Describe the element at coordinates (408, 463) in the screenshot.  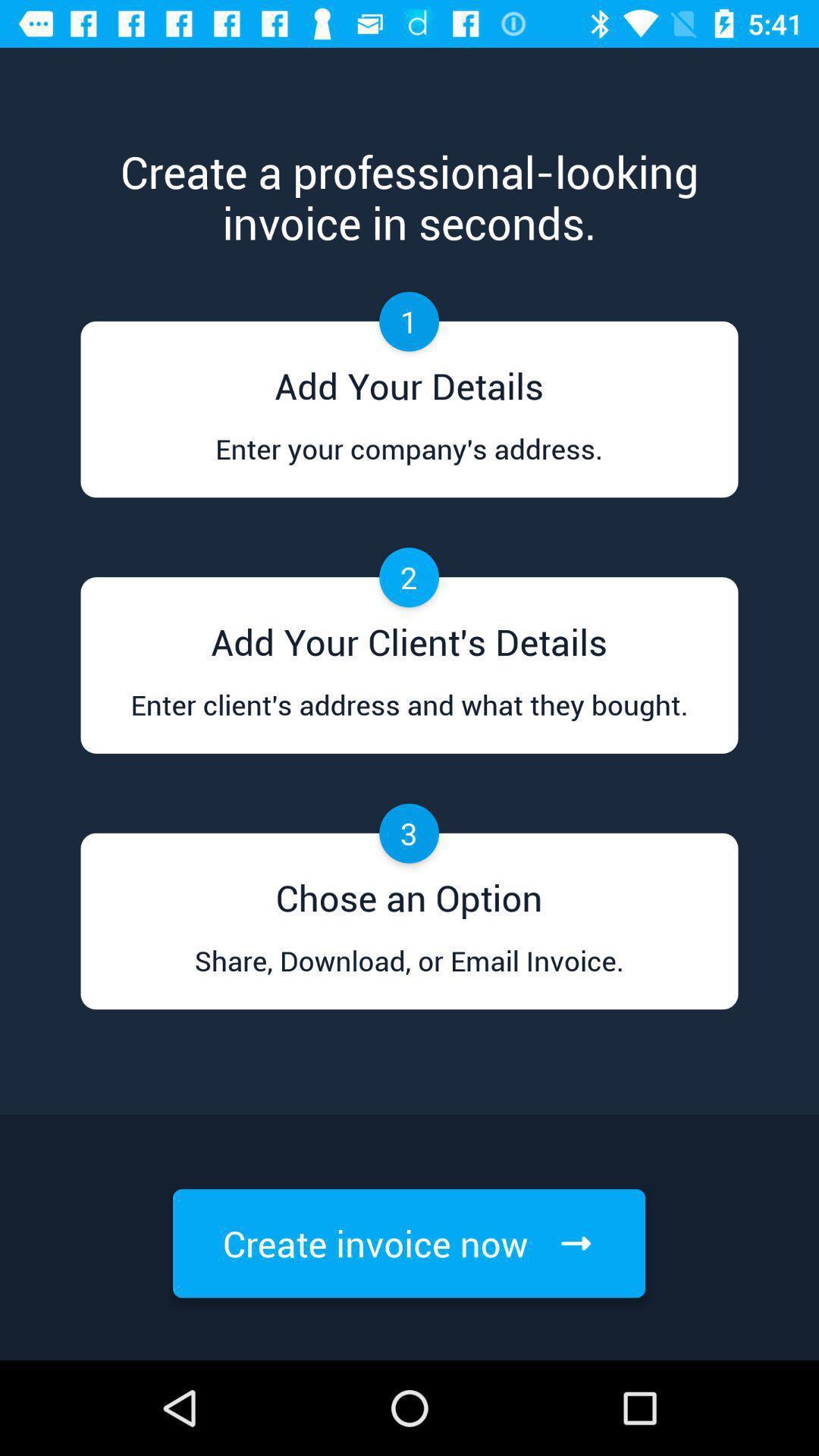
I see `icon above 2 icon` at that location.